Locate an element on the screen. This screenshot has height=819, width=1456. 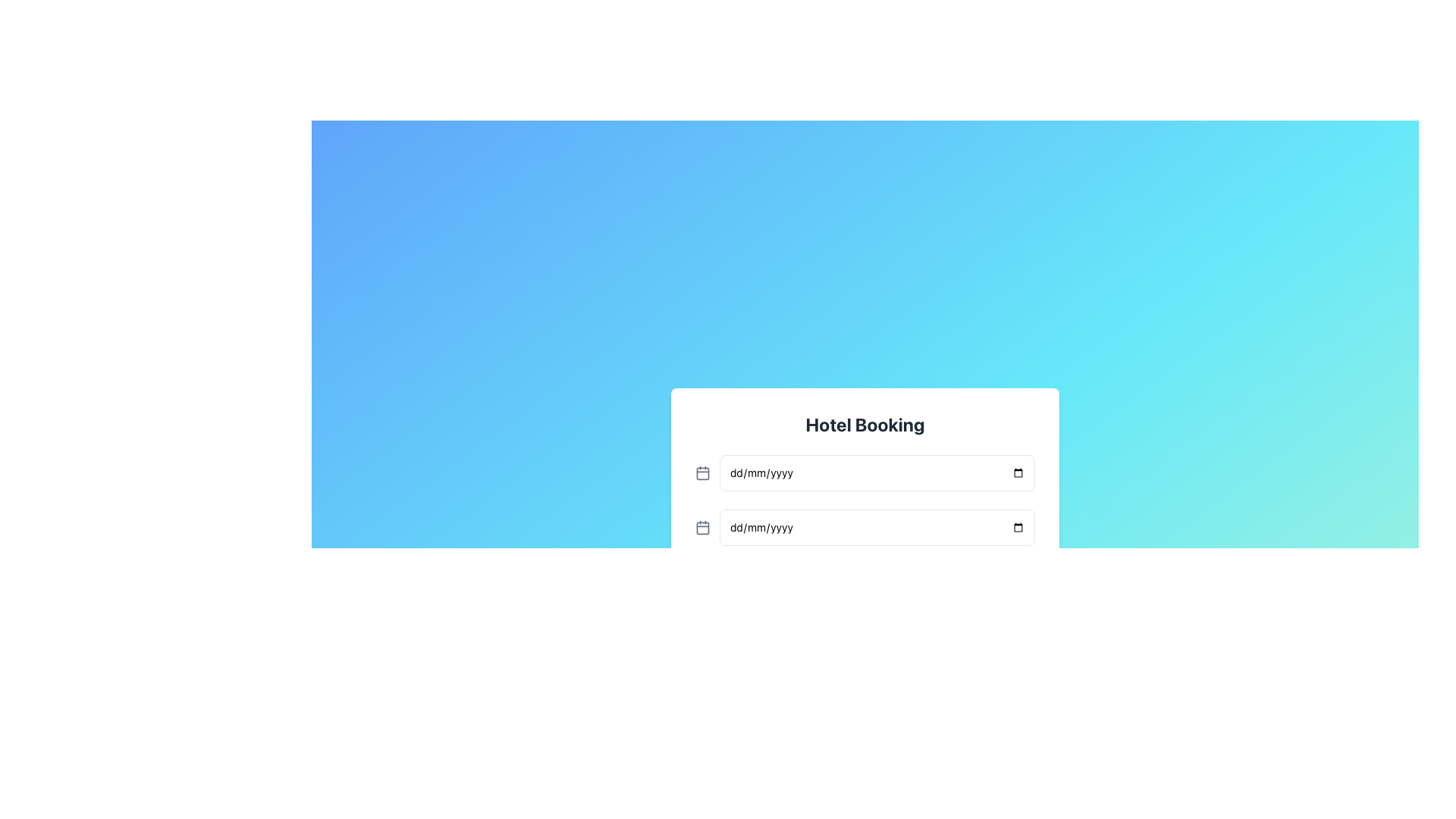
the Date input field to focus on it, allowing for date entry or selection is located at coordinates (877, 472).